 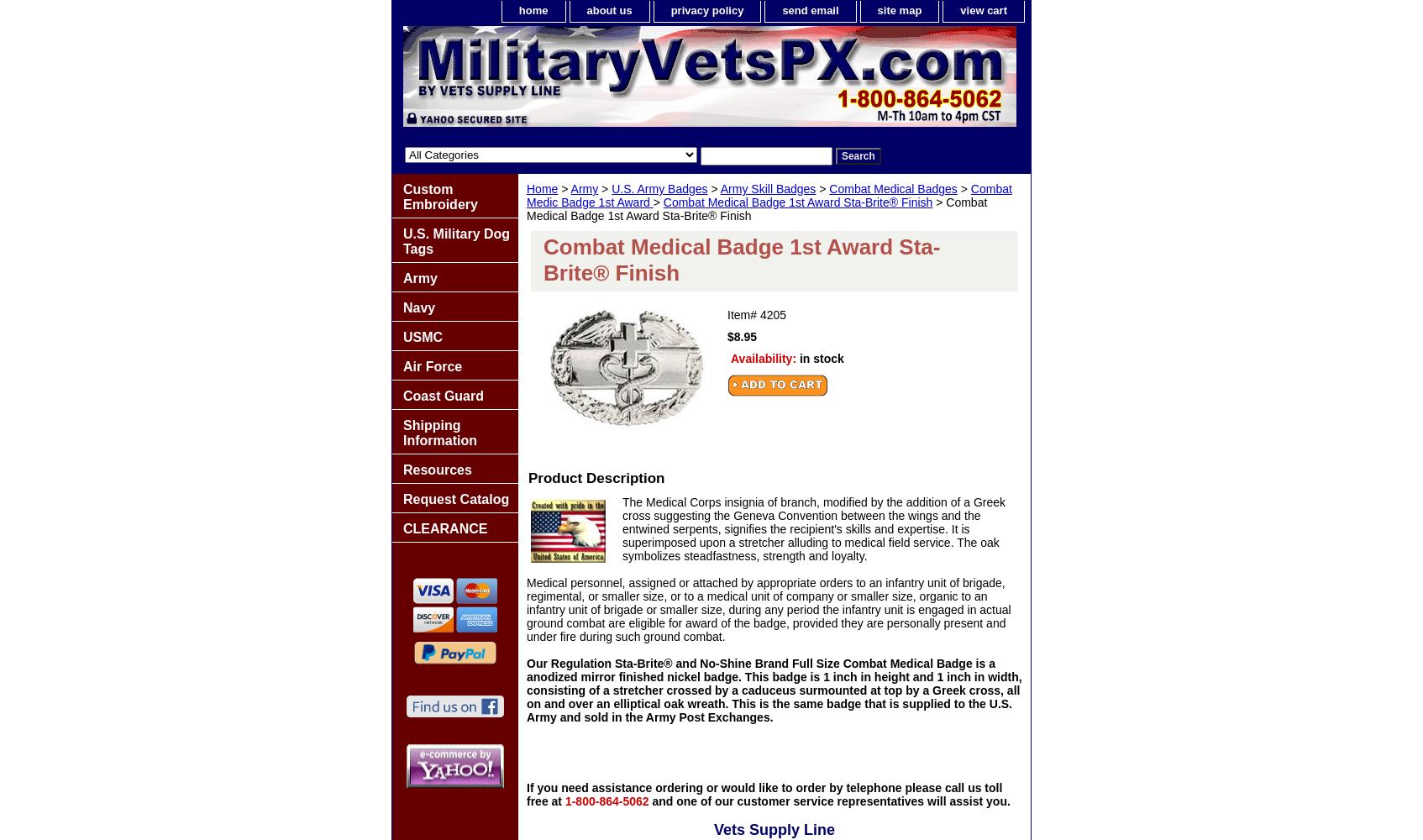 What do you see at coordinates (813, 529) in the screenshot?
I see `'The Medical Corps insignia of branch, modified by the addition of a Greek cross suggesting the Geneva Convention between the wings and the entwined serpents, signifies the recipient's skills and expertise.  It is superimposed upon a stretcher alluding to medical field service.  The oak symbolizes steadfastness, strength and loyalty.'` at bounding box center [813, 529].